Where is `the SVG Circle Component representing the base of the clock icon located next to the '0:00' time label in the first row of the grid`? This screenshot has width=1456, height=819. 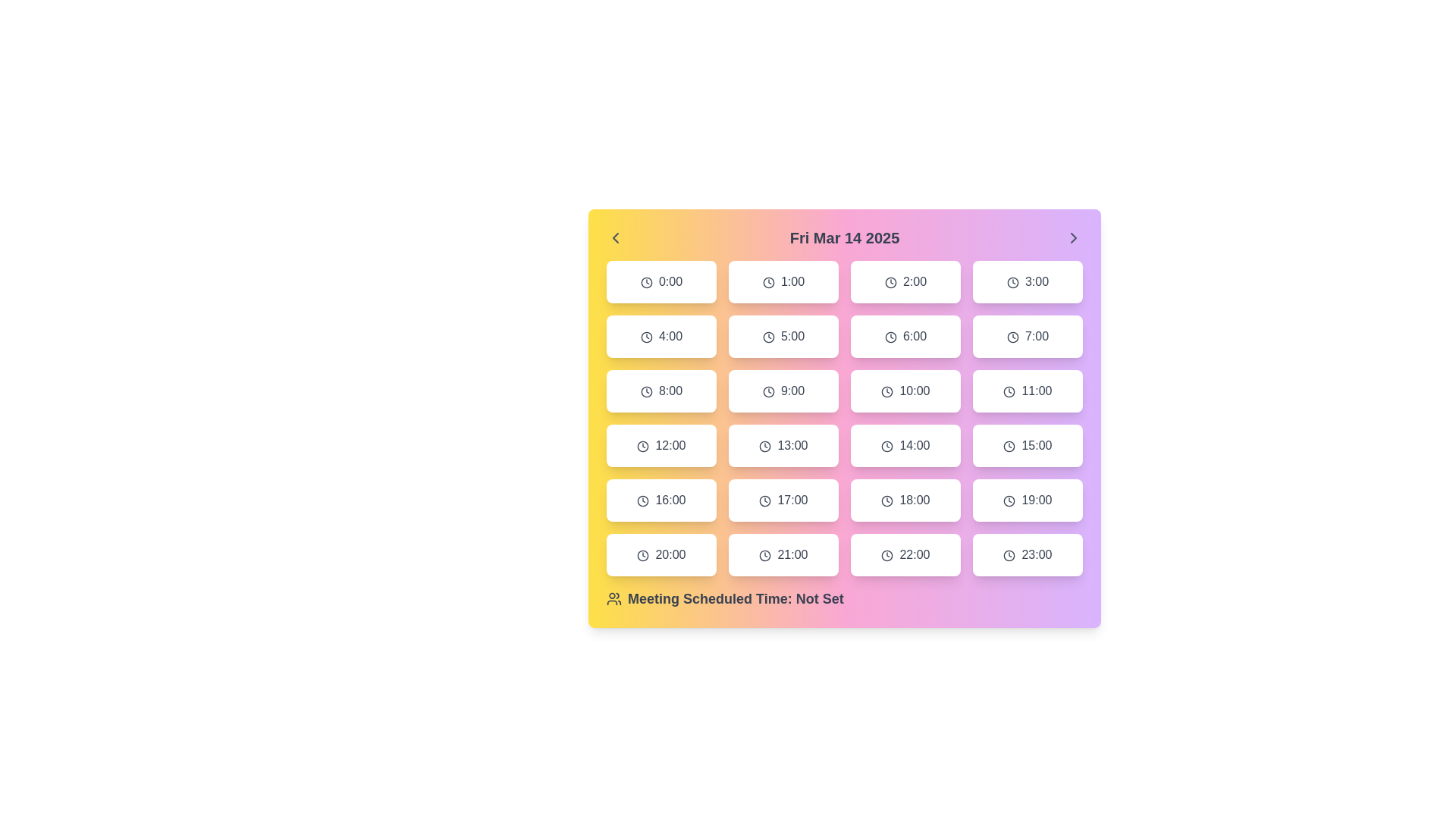
the SVG Circle Component representing the base of the clock icon located next to the '0:00' time label in the first row of the grid is located at coordinates (646, 282).